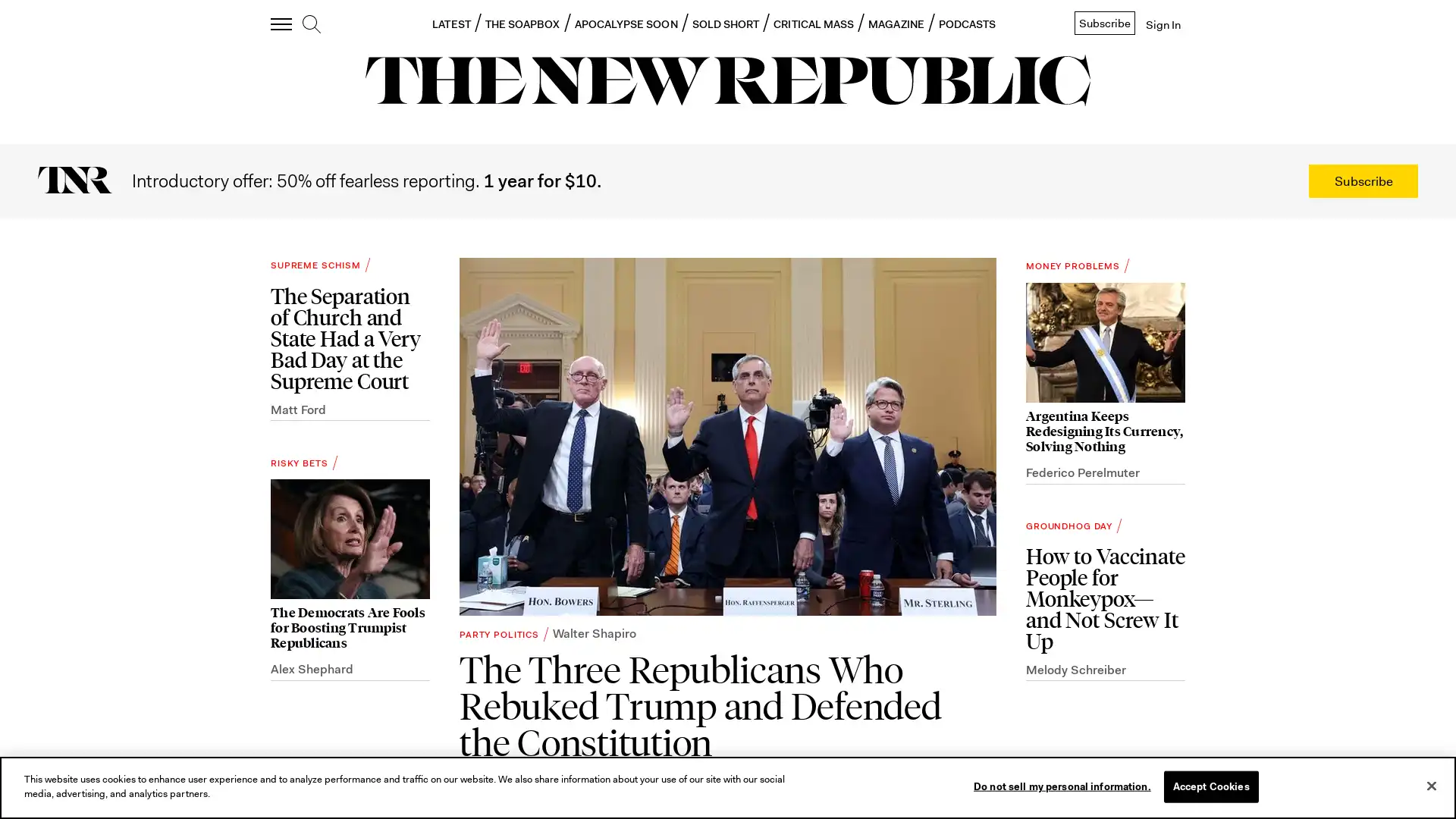  Describe the element at coordinates (1103, 23) in the screenshot. I see `Subscribe` at that location.